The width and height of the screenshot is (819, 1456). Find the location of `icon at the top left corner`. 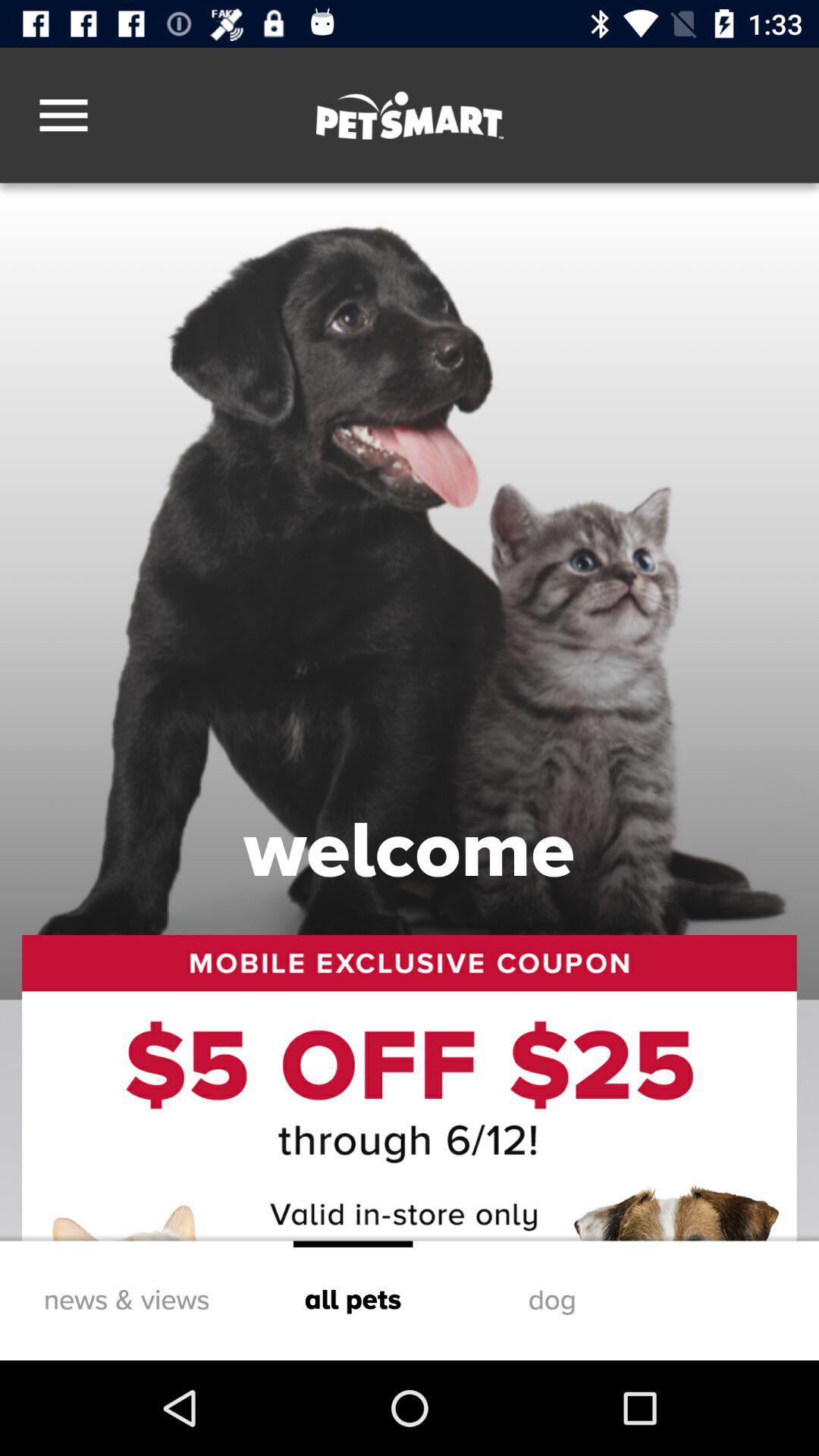

icon at the top left corner is located at coordinates (63, 115).